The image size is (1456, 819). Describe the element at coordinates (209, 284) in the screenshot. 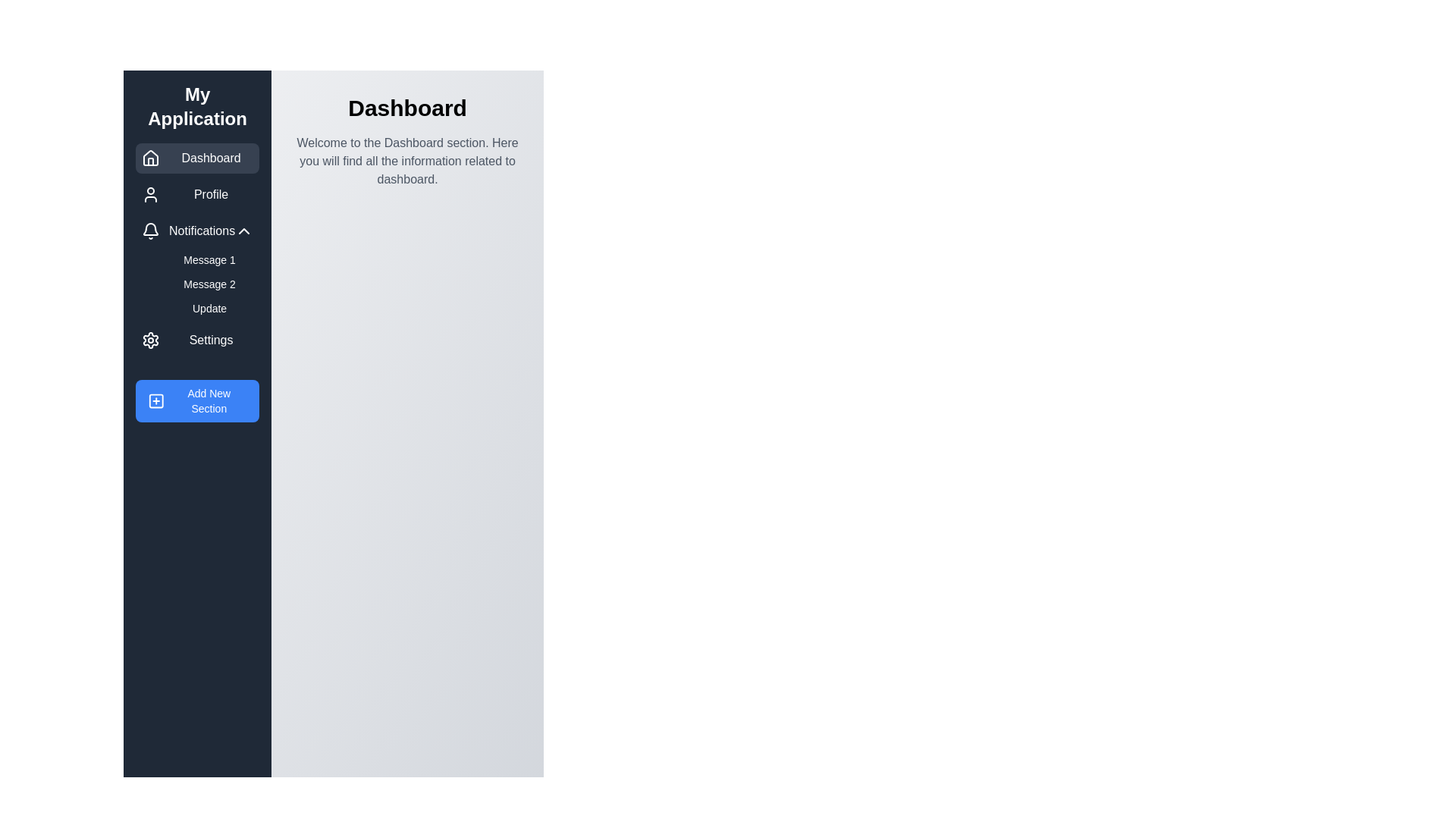

I see `the Text label that serves as a navigational label for 'Message 2', located in the sidebar menu beneath 'Message 1' and above 'Update'` at that location.